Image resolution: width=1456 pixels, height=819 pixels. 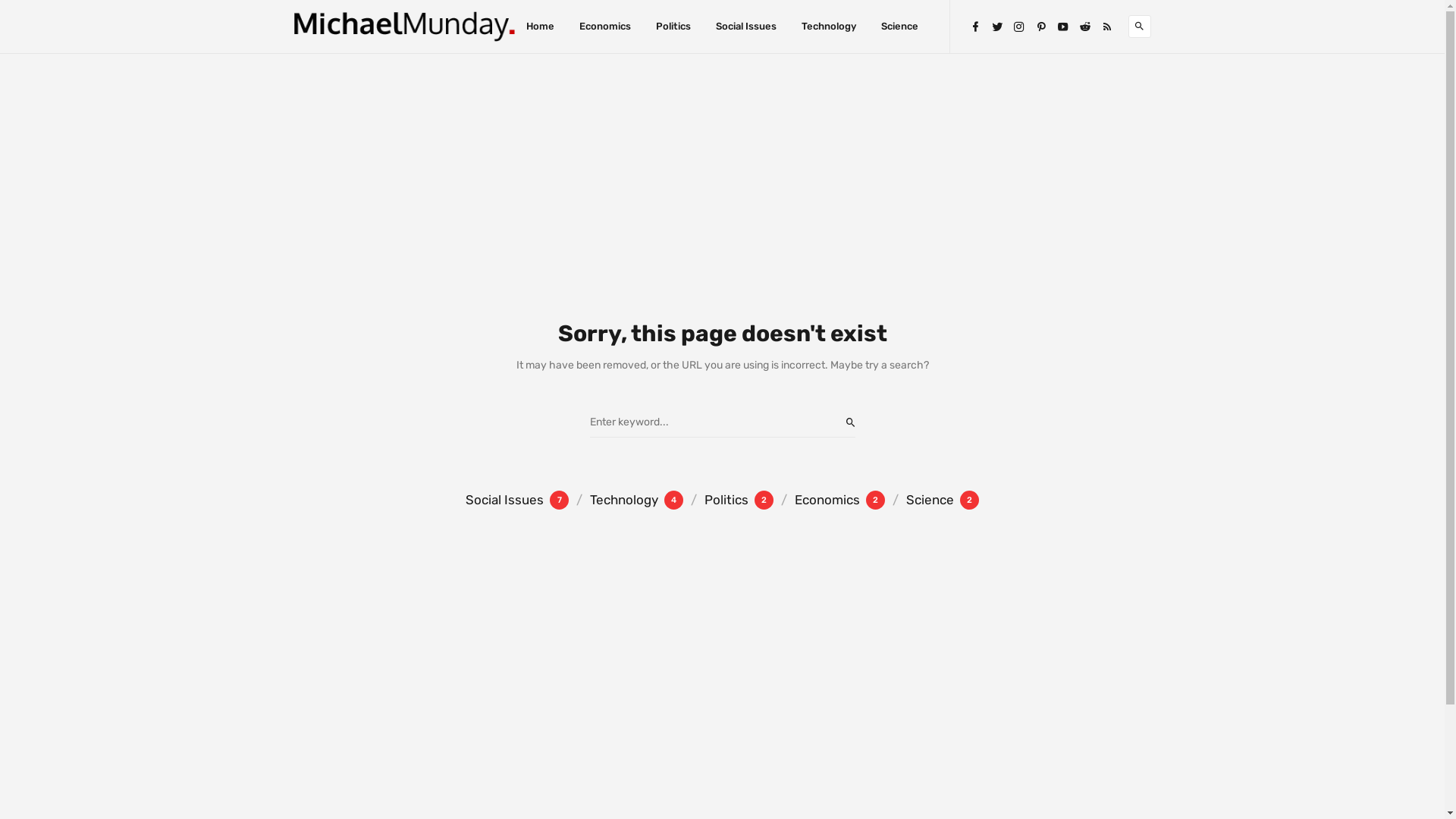 What do you see at coordinates (899, 26) in the screenshot?
I see `'Science'` at bounding box center [899, 26].